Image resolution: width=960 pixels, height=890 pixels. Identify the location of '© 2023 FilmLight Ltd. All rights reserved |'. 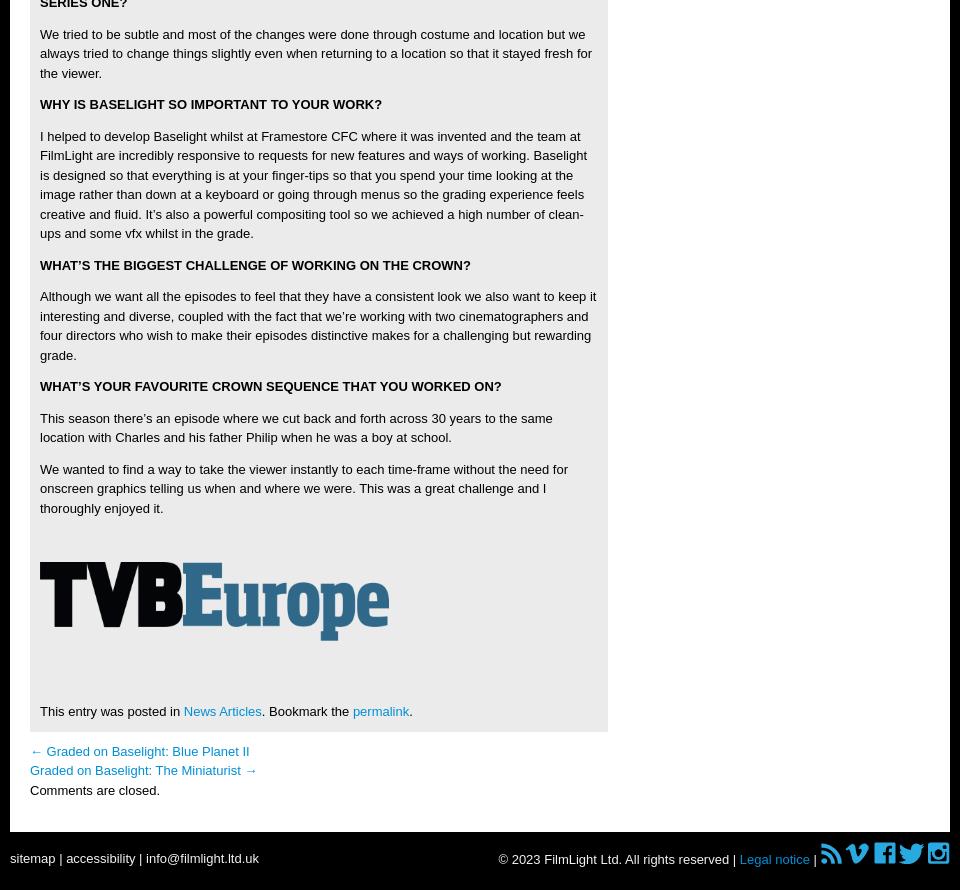
(617, 858).